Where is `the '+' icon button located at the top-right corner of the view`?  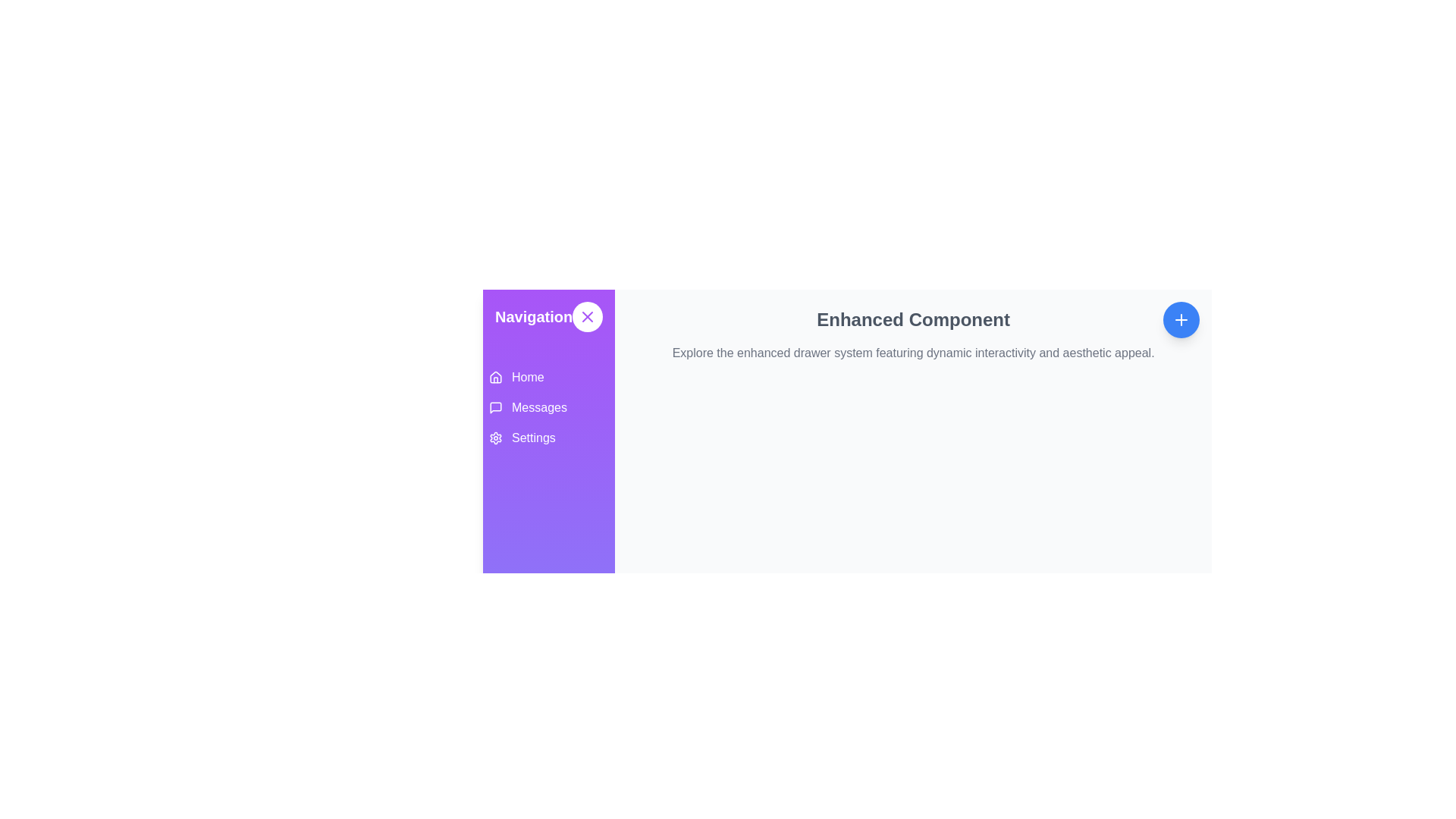 the '+' icon button located at the top-right corner of the view is located at coordinates (1181, 318).